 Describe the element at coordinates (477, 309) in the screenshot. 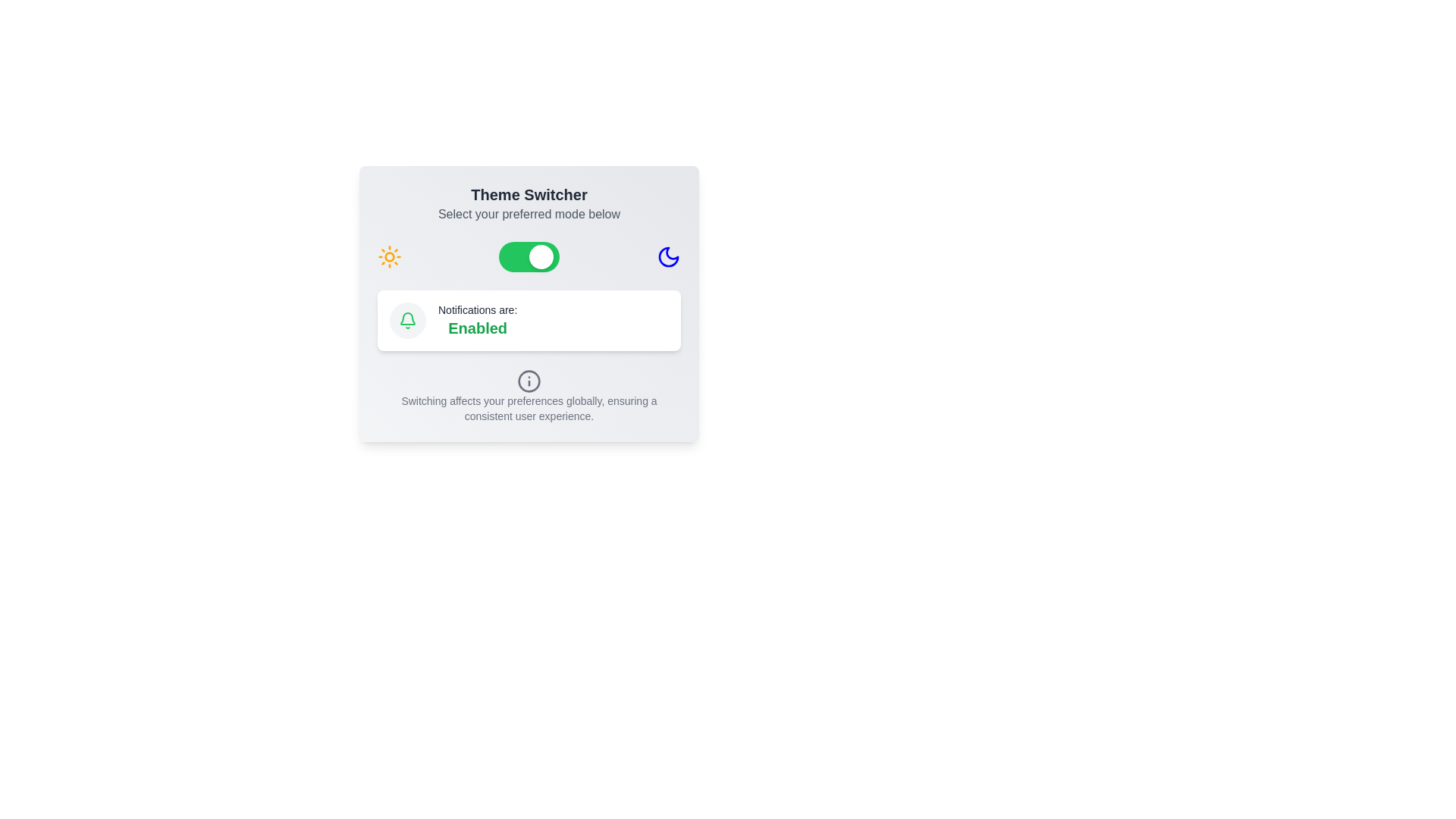

I see `the text label that reads 'Notifications are:', which is styled in a small font size and medium weight, located above the text 'Enabled' in a card-like section` at that location.